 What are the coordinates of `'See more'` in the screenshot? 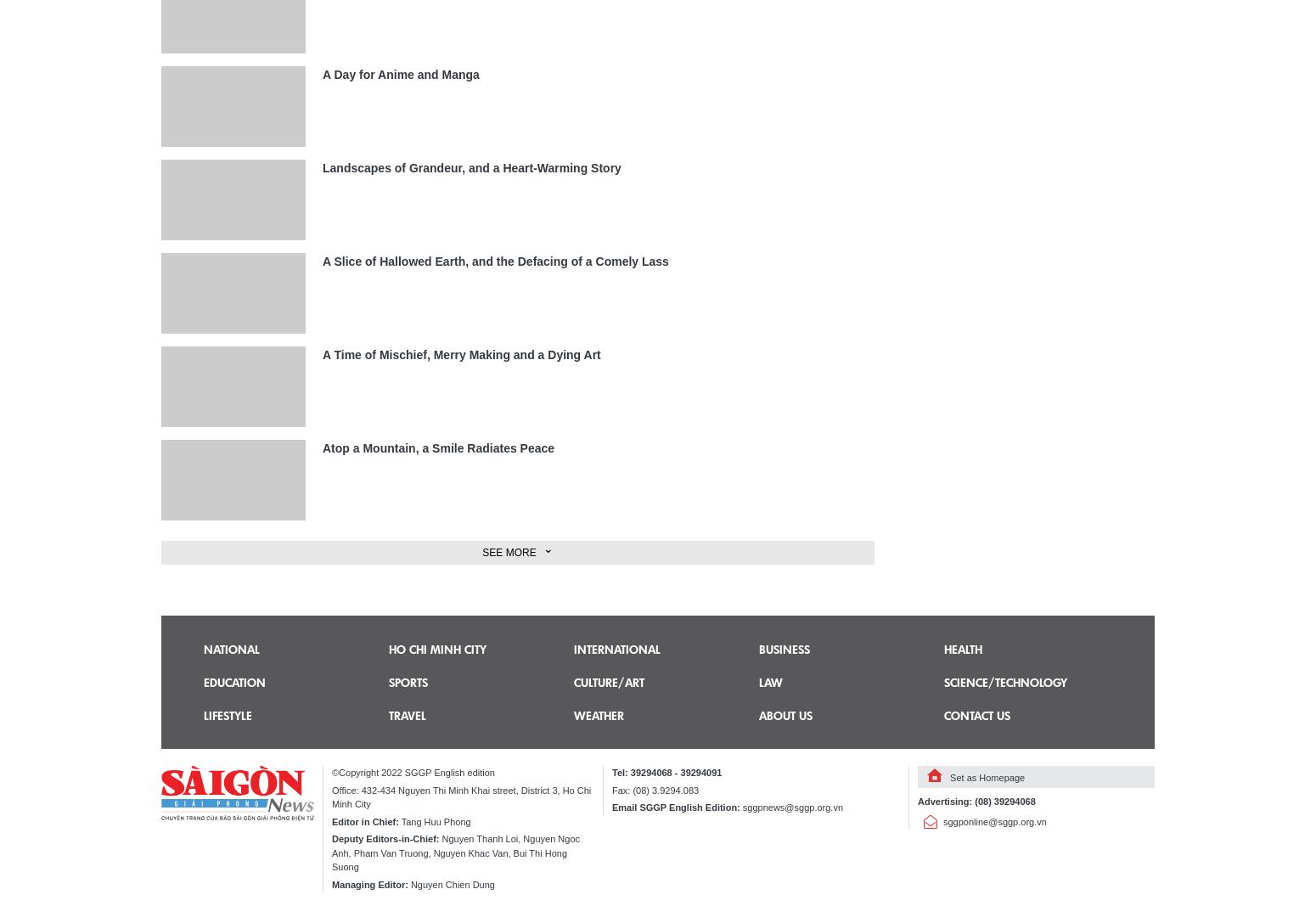 It's located at (509, 552).